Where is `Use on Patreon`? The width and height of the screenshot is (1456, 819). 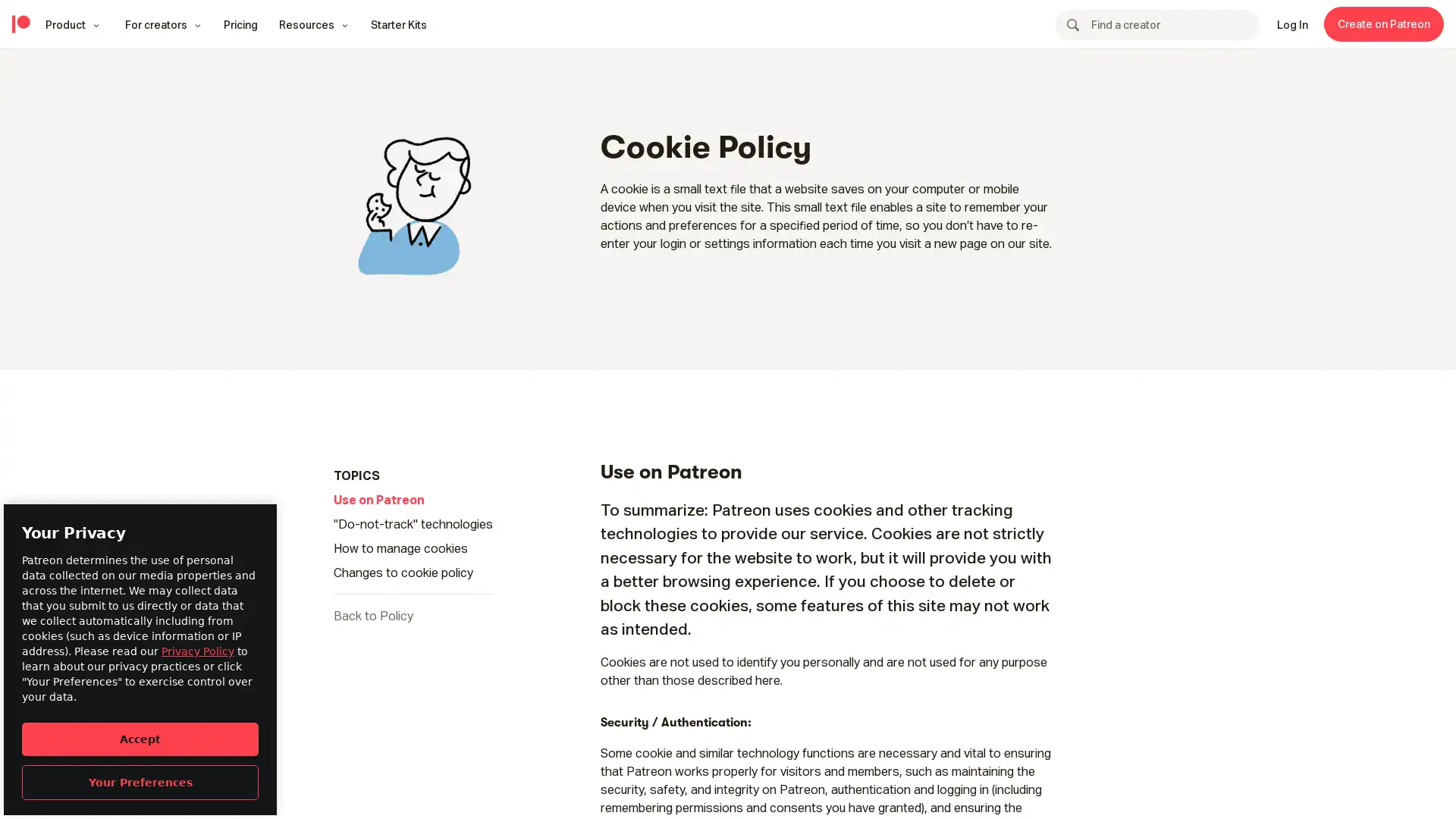 Use on Patreon is located at coordinates (378, 500).